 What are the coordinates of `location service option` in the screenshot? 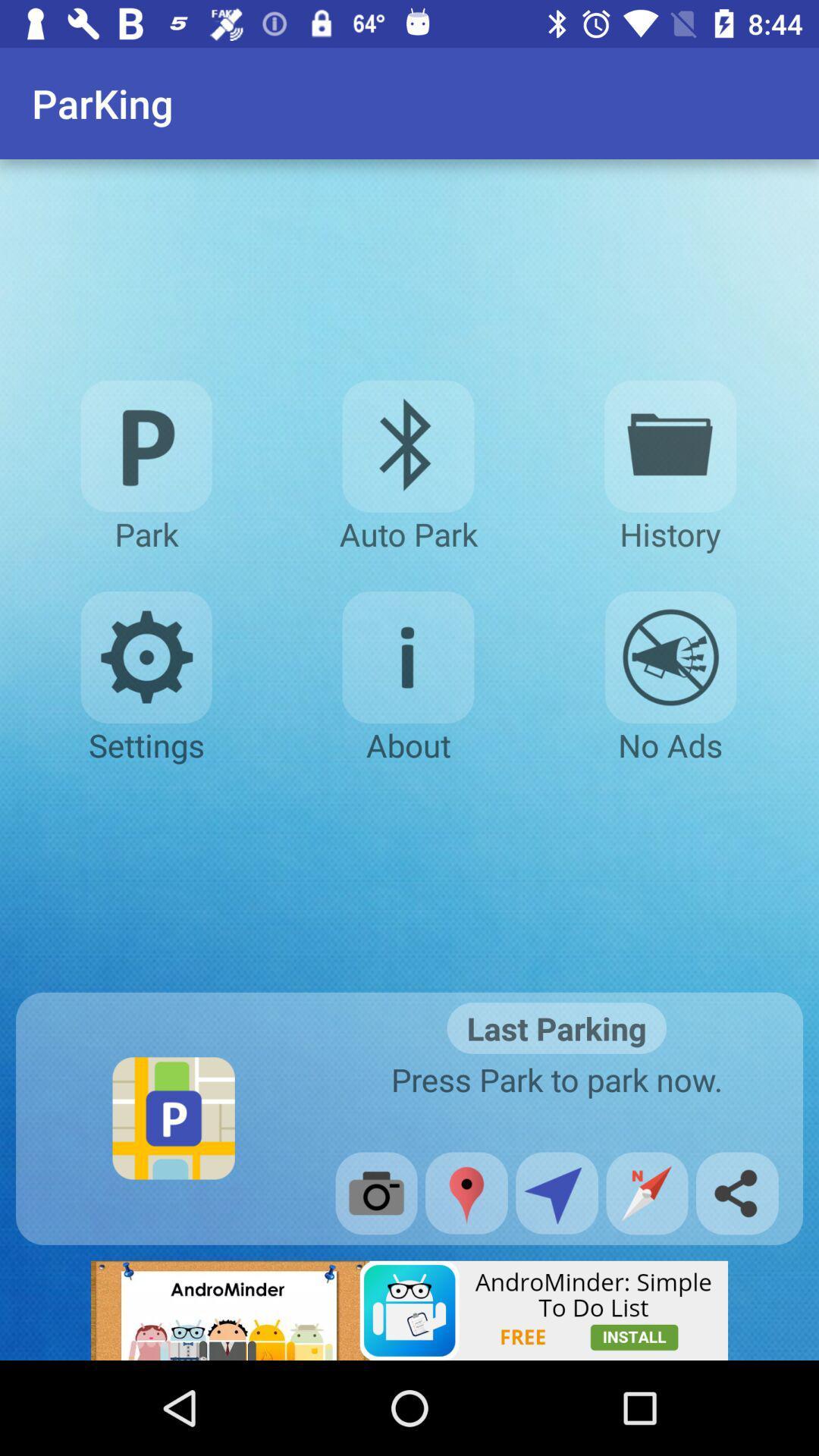 It's located at (557, 1192).